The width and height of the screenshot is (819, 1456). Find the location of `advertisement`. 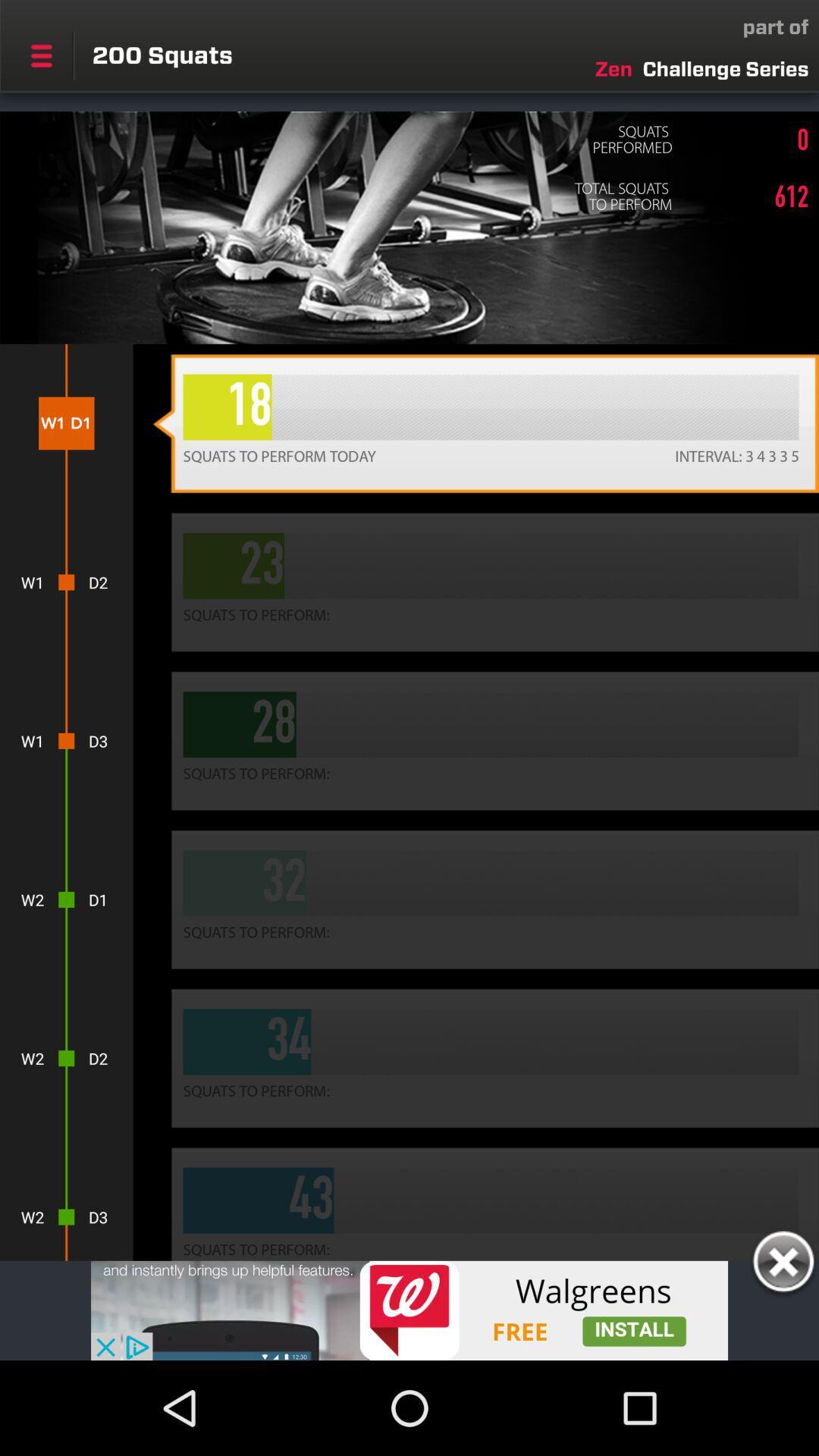

advertisement is located at coordinates (783, 1264).